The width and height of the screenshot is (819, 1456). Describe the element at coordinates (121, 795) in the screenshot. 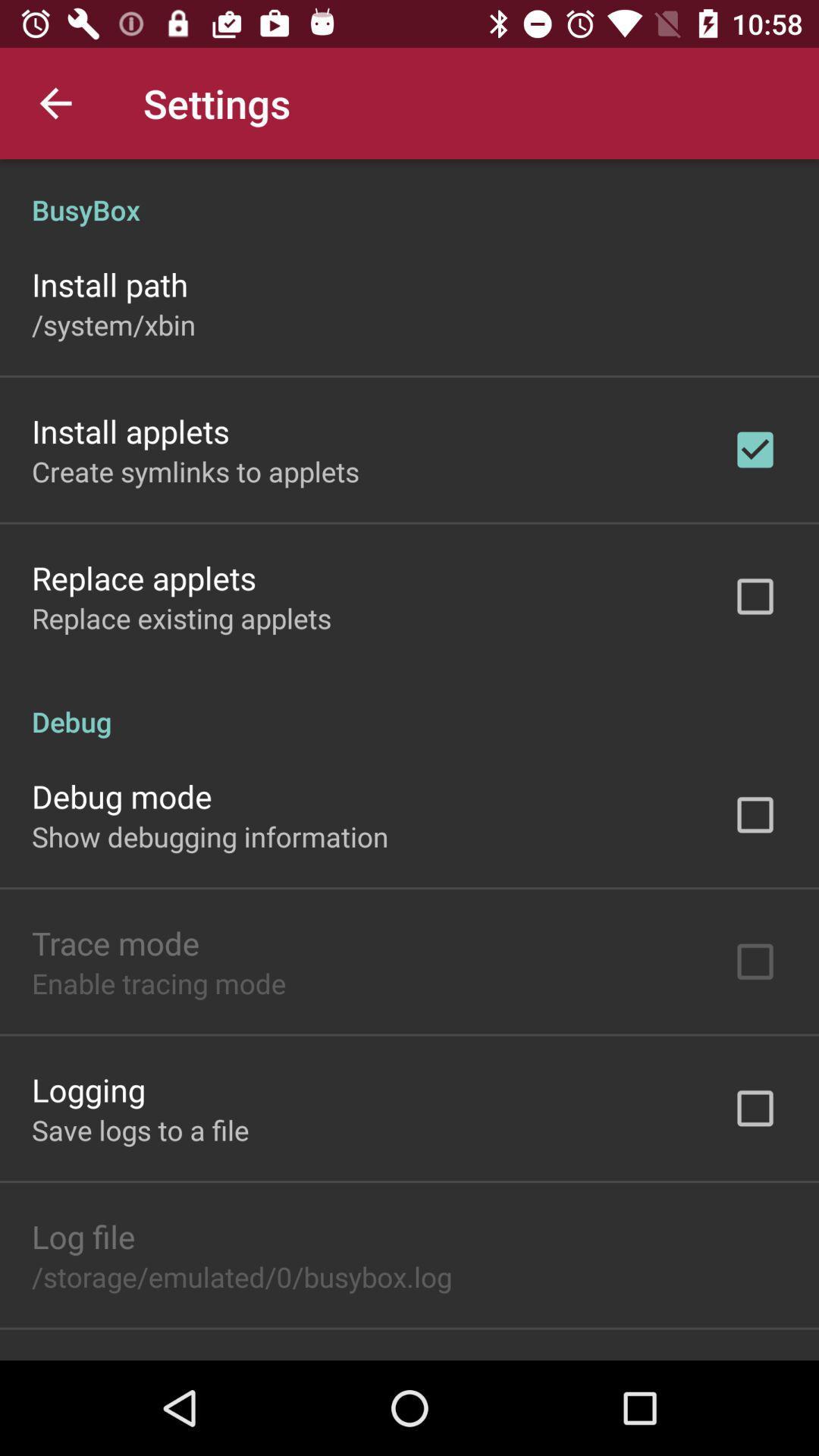

I see `the icon below debug item` at that location.